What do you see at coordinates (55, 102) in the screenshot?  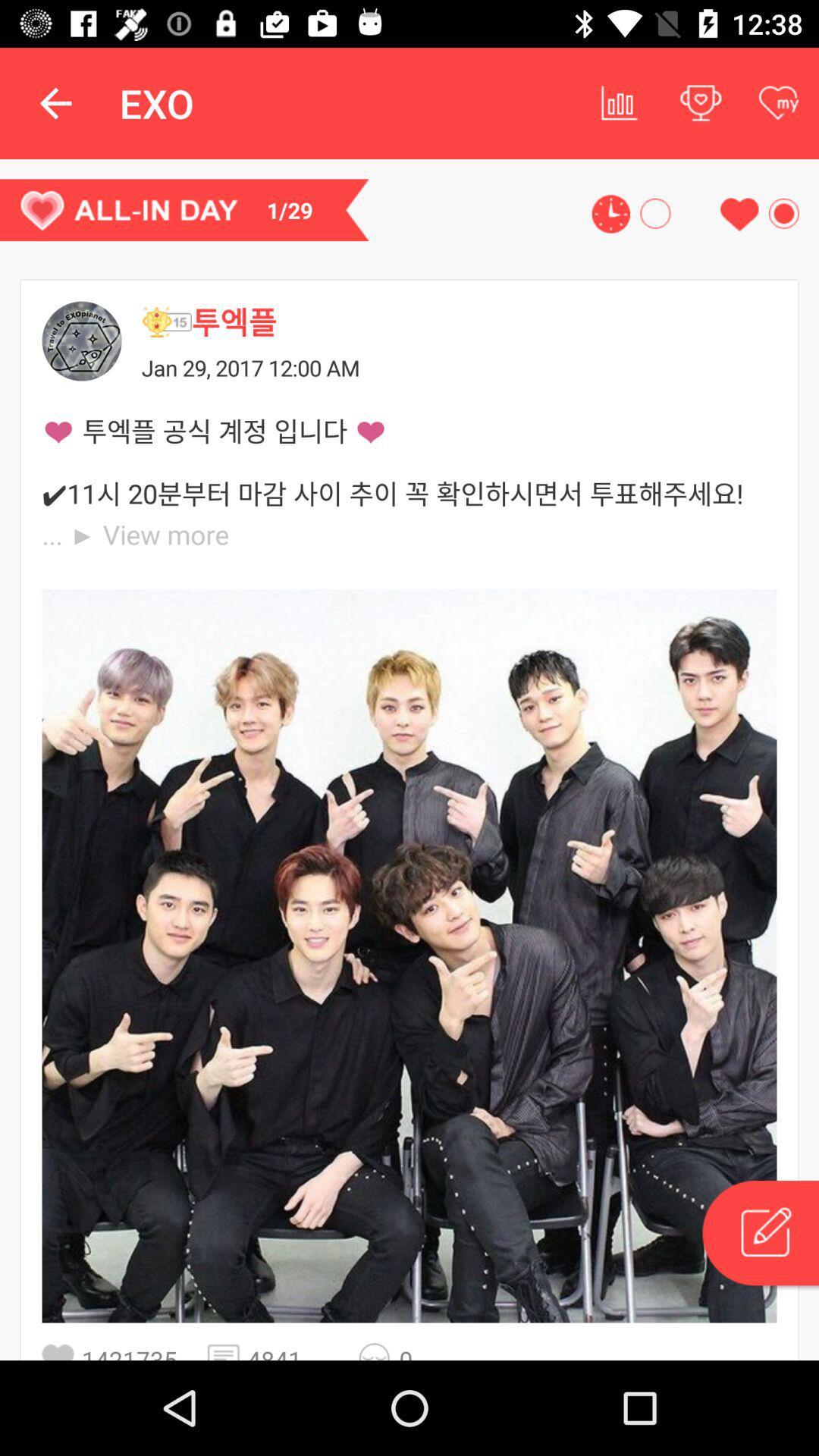 I see `the item above the 1/29 item` at bounding box center [55, 102].